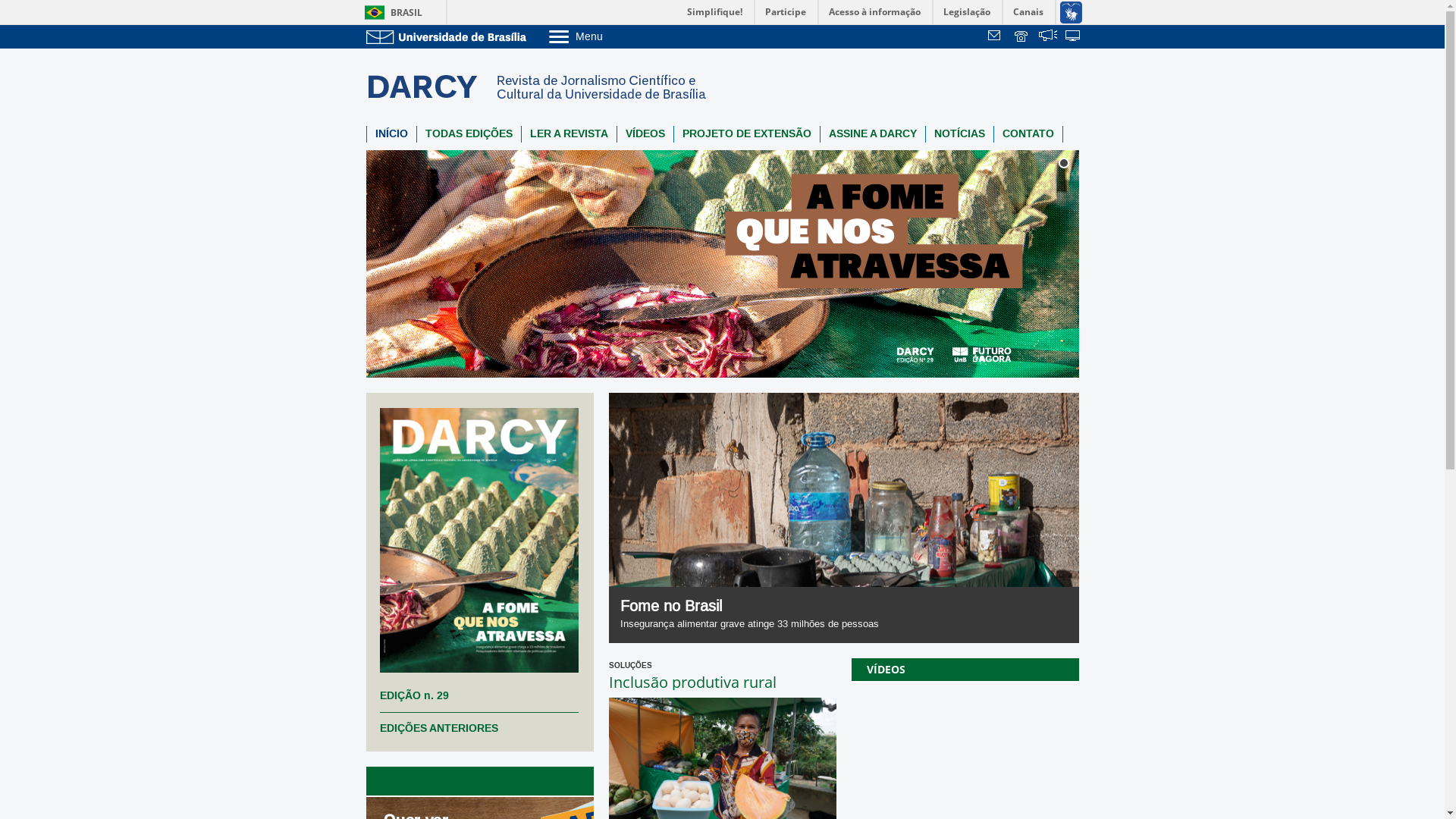 This screenshot has width=1456, height=819. Describe the element at coordinates (1073, 36) in the screenshot. I see `' '` at that location.